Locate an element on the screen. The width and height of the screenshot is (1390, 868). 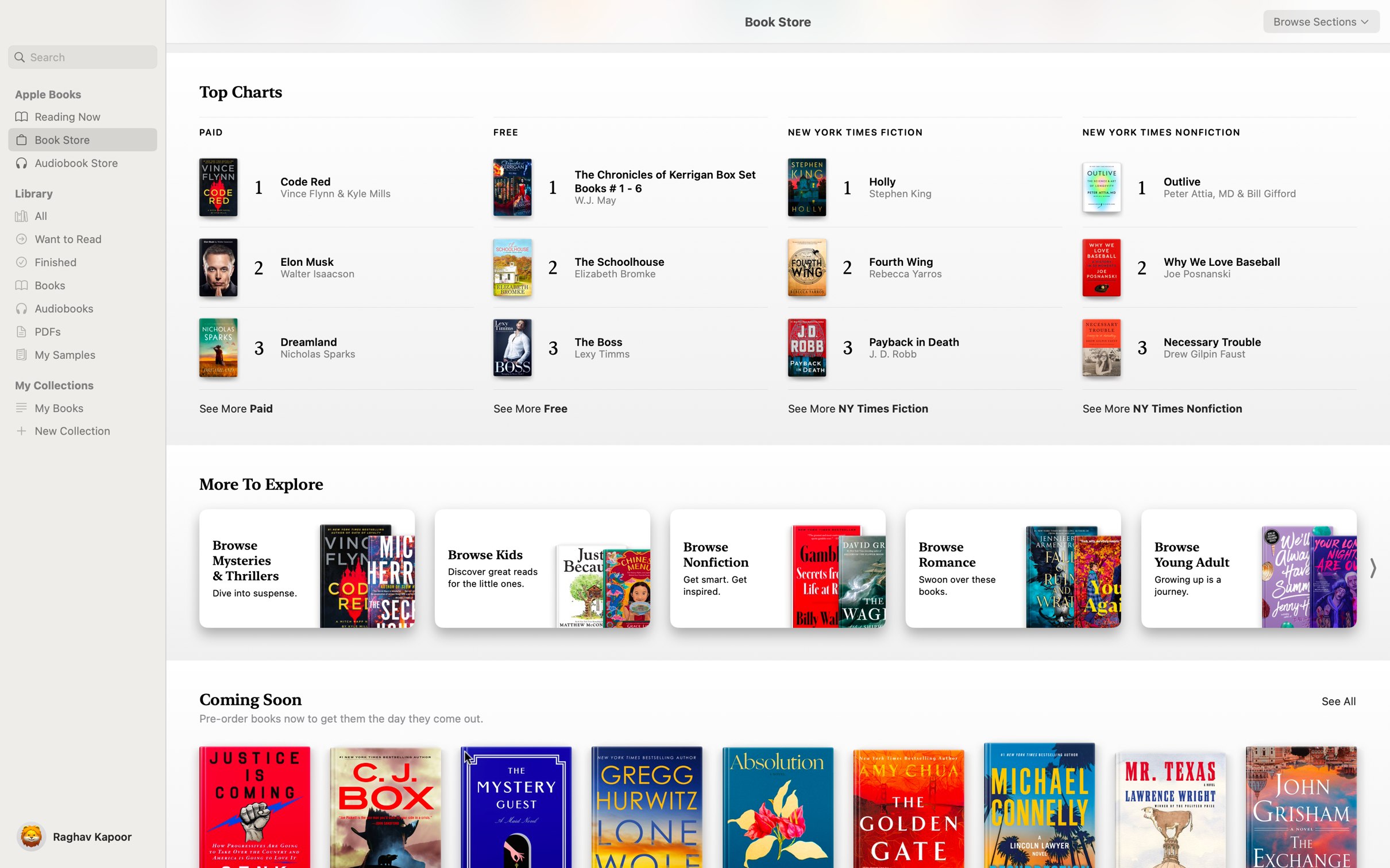
Browse Adult books from top right dropdown is located at coordinates (1321, 21).